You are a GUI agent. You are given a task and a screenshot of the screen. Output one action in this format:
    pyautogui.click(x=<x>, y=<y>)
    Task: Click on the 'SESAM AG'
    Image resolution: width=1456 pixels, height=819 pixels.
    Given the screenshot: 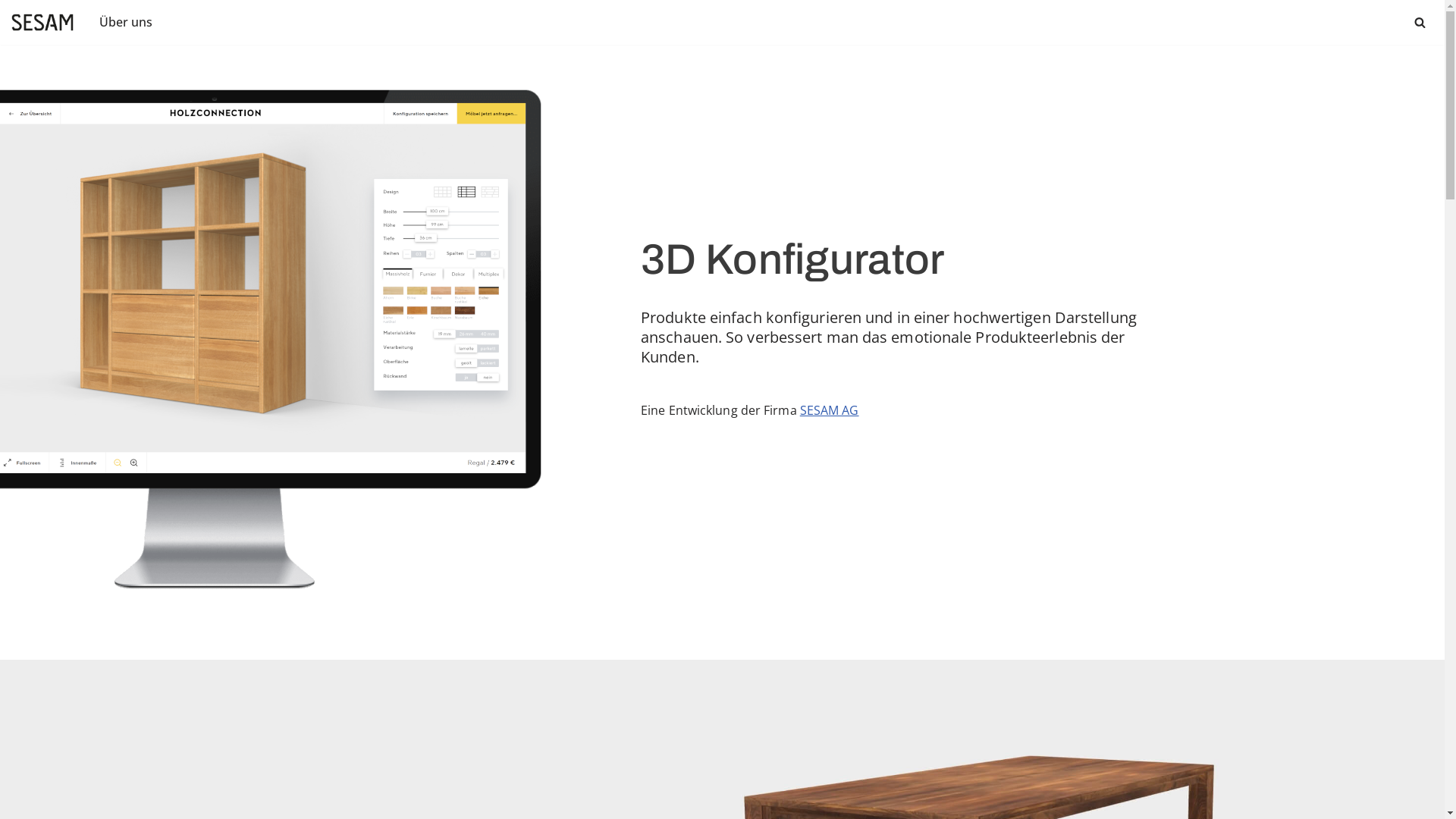 What is the action you would take?
    pyautogui.click(x=829, y=409)
    